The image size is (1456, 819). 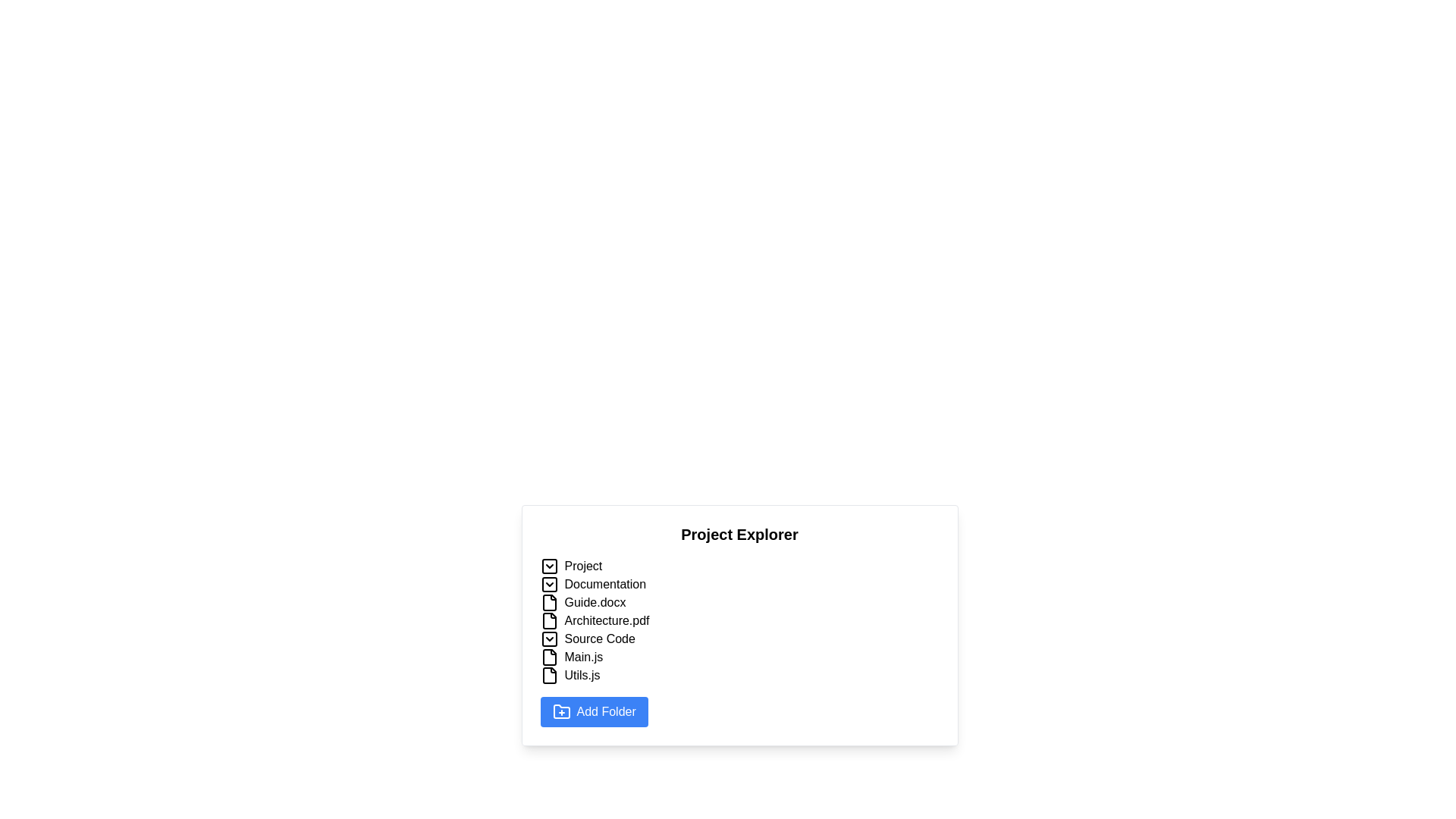 I want to click on the SVG icon representing the file 'Utils.js' to interact with the file, so click(x=548, y=675).